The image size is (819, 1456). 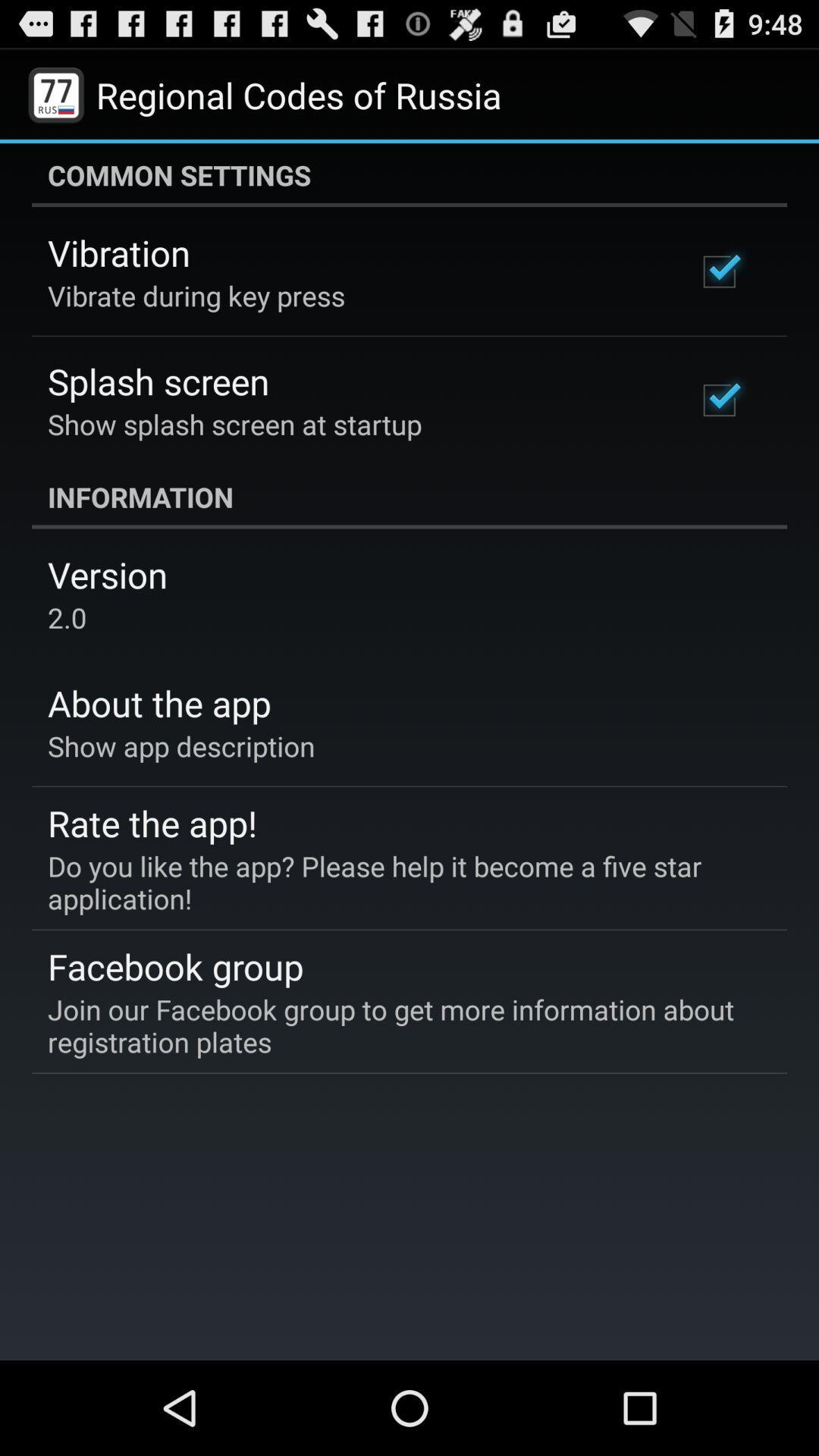 I want to click on icon above vibration icon, so click(x=409, y=174).